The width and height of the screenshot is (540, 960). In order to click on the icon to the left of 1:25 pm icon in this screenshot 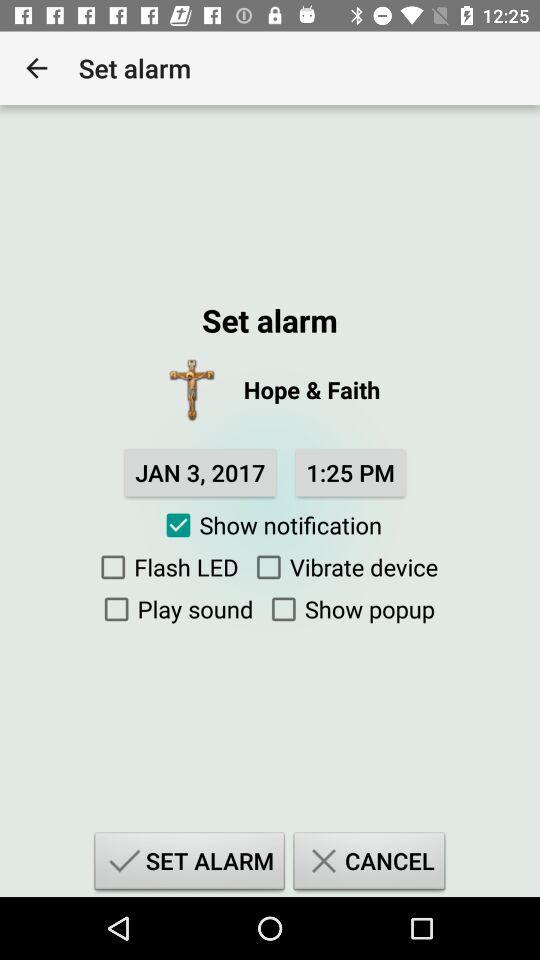, I will do `click(200, 472)`.